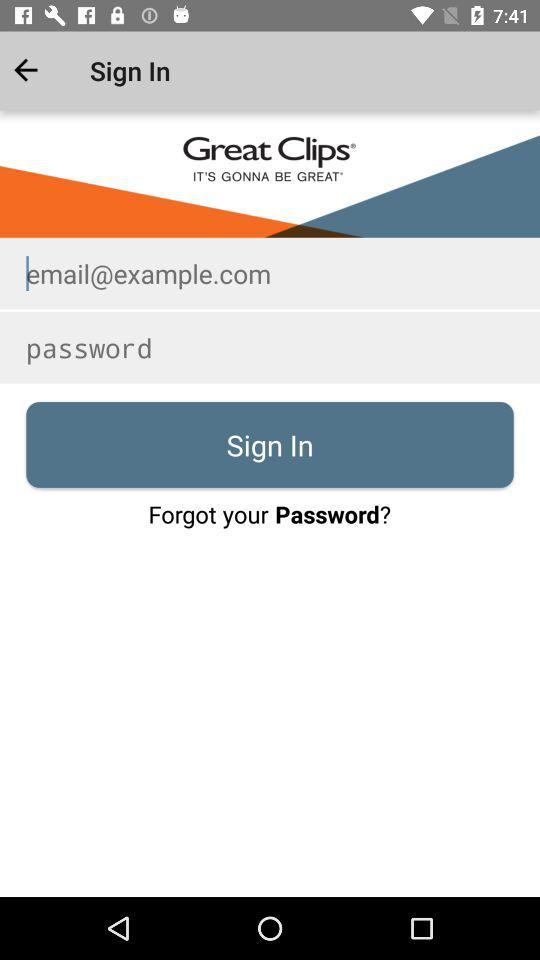 The image size is (540, 960). What do you see at coordinates (270, 347) in the screenshot?
I see `type in password to login` at bounding box center [270, 347].